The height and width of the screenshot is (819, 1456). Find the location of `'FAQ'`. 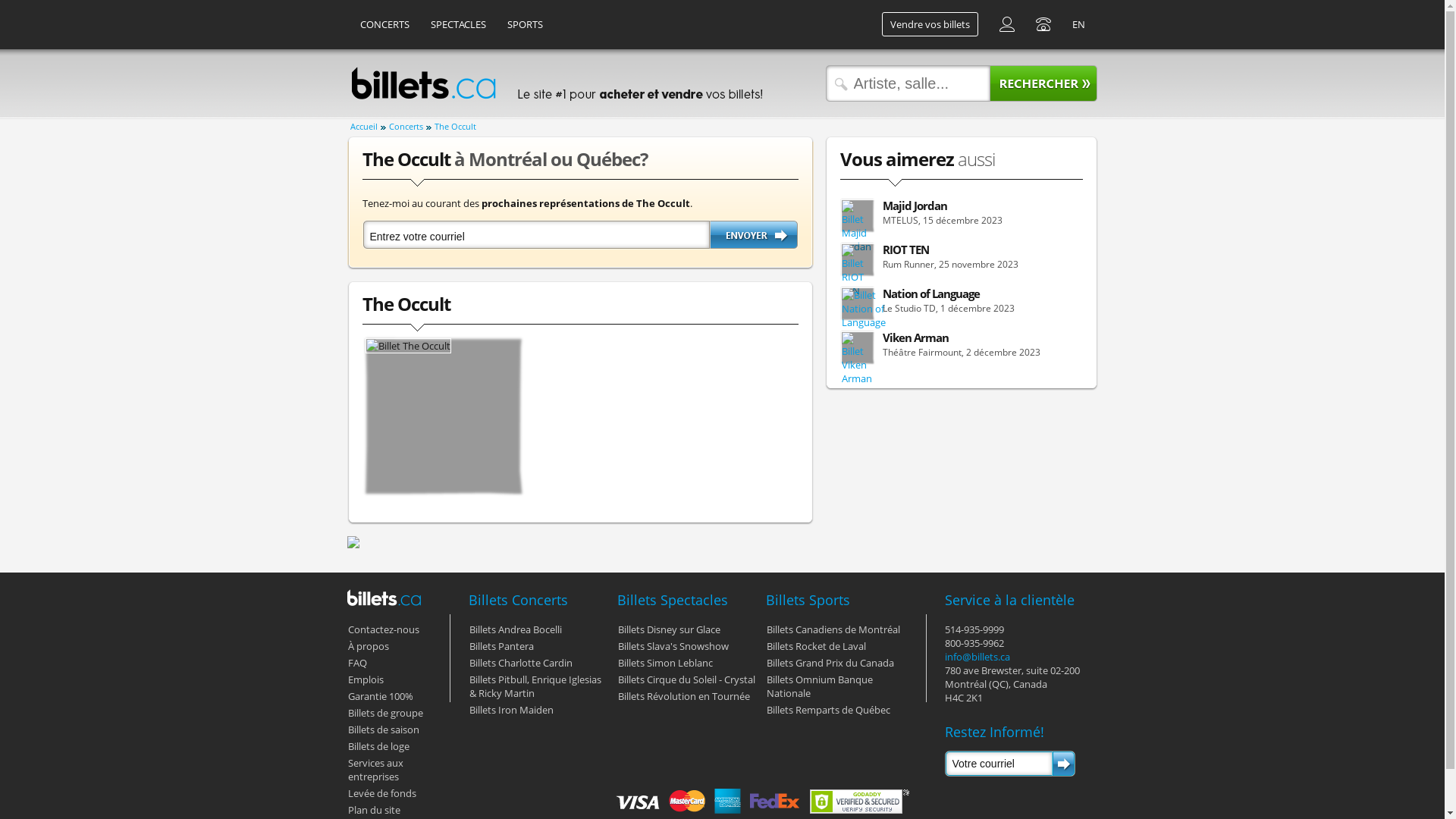

'FAQ' is located at coordinates (356, 662).